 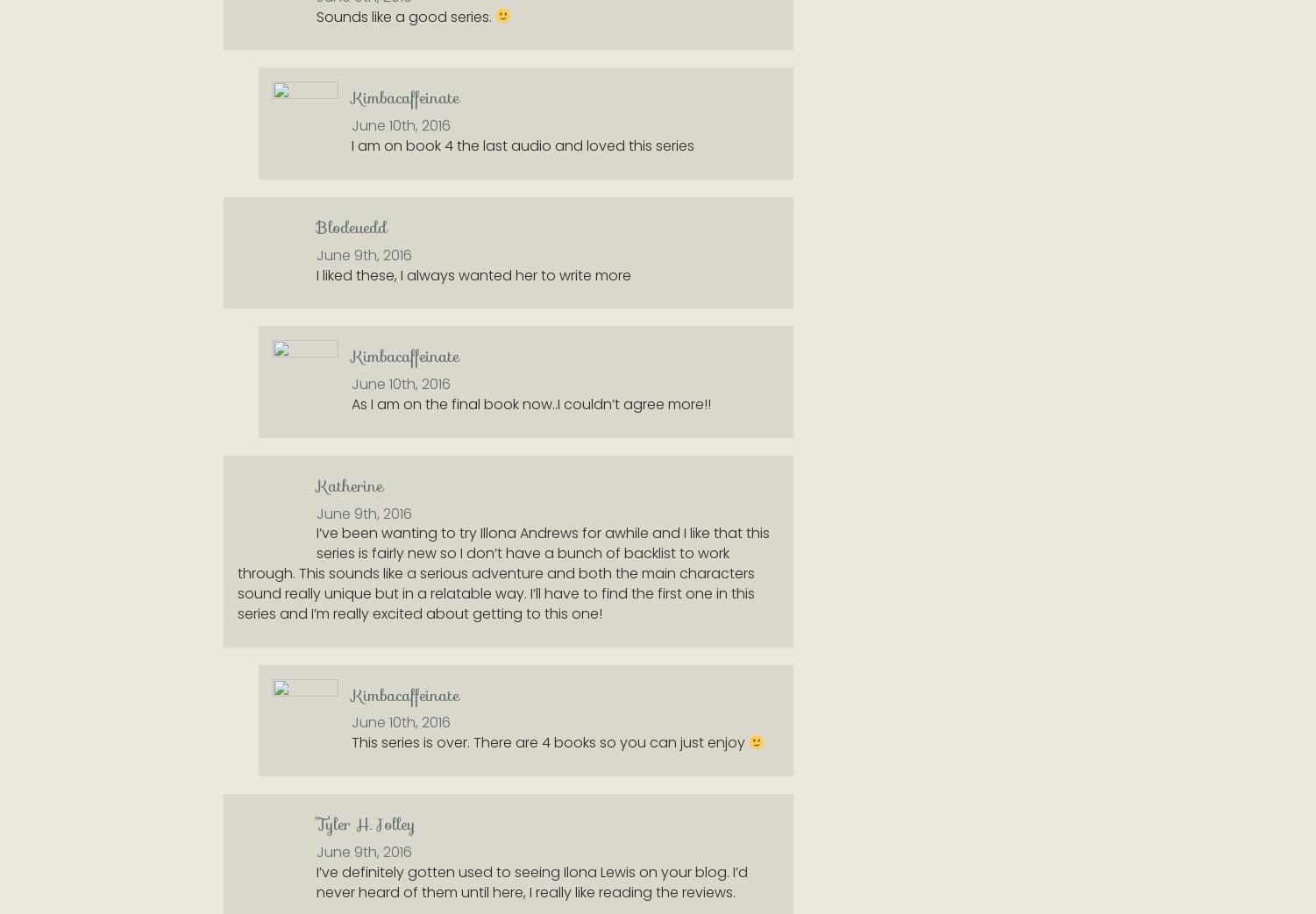 What do you see at coordinates (532, 881) in the screenshot?
I see `'I’ve definitely gotten used to seeing Ilona Lewis on your blog. I’d never heard of them until here, I really like reading the reviews.'` at bounding box center [532, 881].